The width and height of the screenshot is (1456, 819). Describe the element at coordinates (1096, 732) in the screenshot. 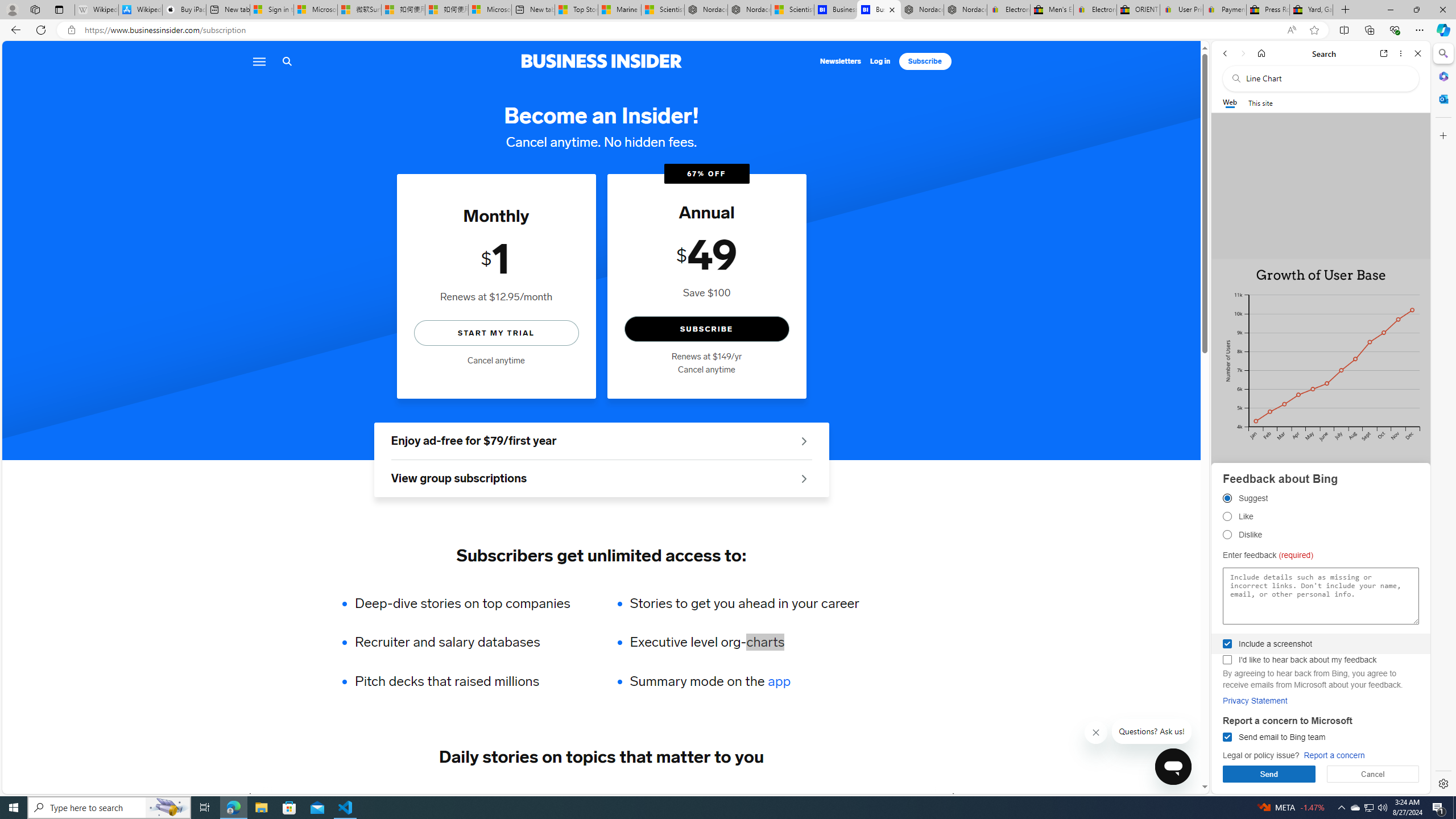

I see `'Class: sc-1uf0igr-1 fjHZYk'` at that location.